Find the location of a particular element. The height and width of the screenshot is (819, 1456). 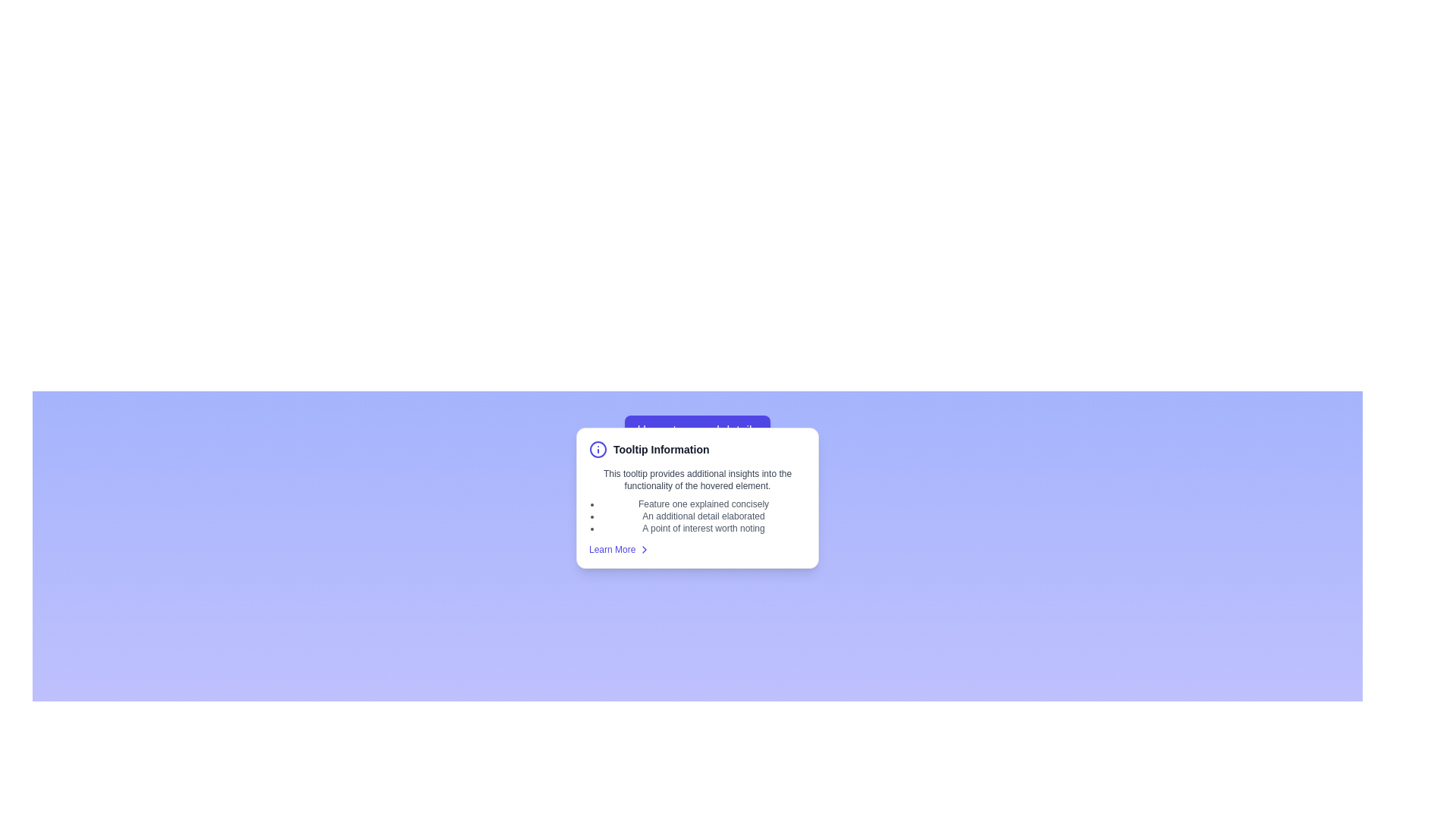

text of the Text Label that reads 'A point of interest worth noting', which is styled in a smaller gray font and is the third item in a bulleted list within a tooltip is located at coordinates (702, 528).